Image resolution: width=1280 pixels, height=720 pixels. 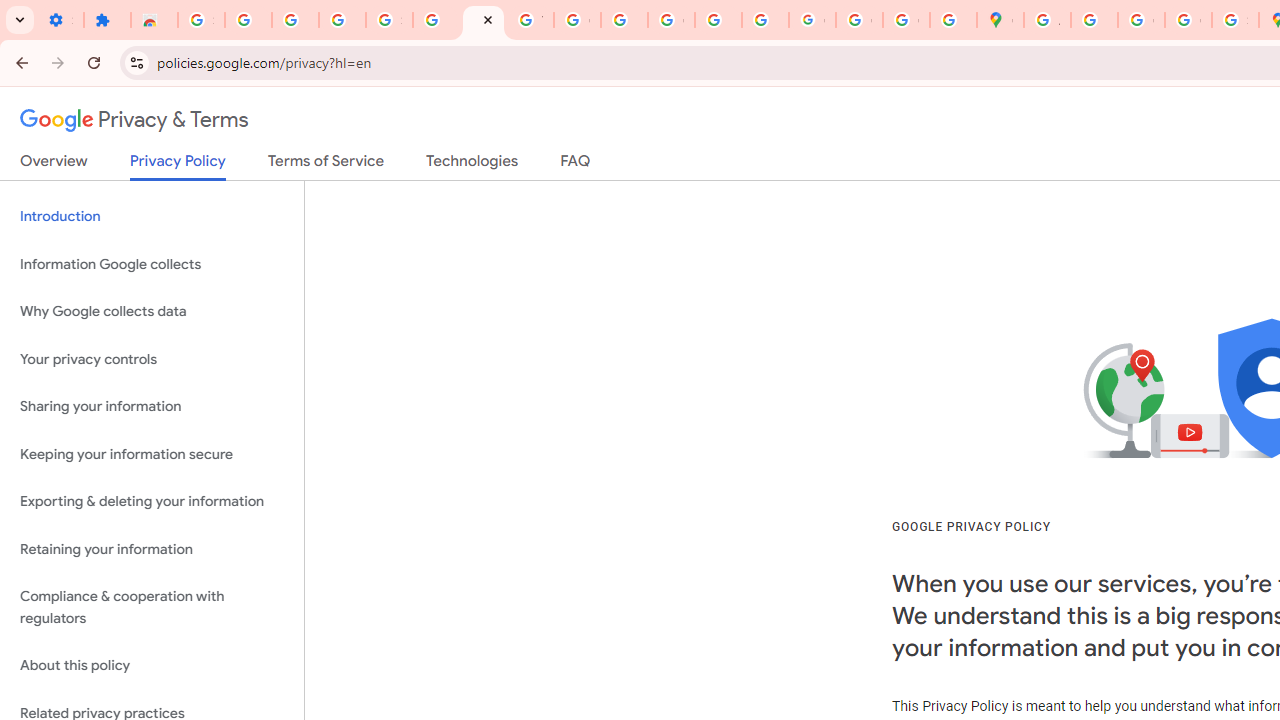 I want to click on 'Retaining your information', so click(x=151, y=549).